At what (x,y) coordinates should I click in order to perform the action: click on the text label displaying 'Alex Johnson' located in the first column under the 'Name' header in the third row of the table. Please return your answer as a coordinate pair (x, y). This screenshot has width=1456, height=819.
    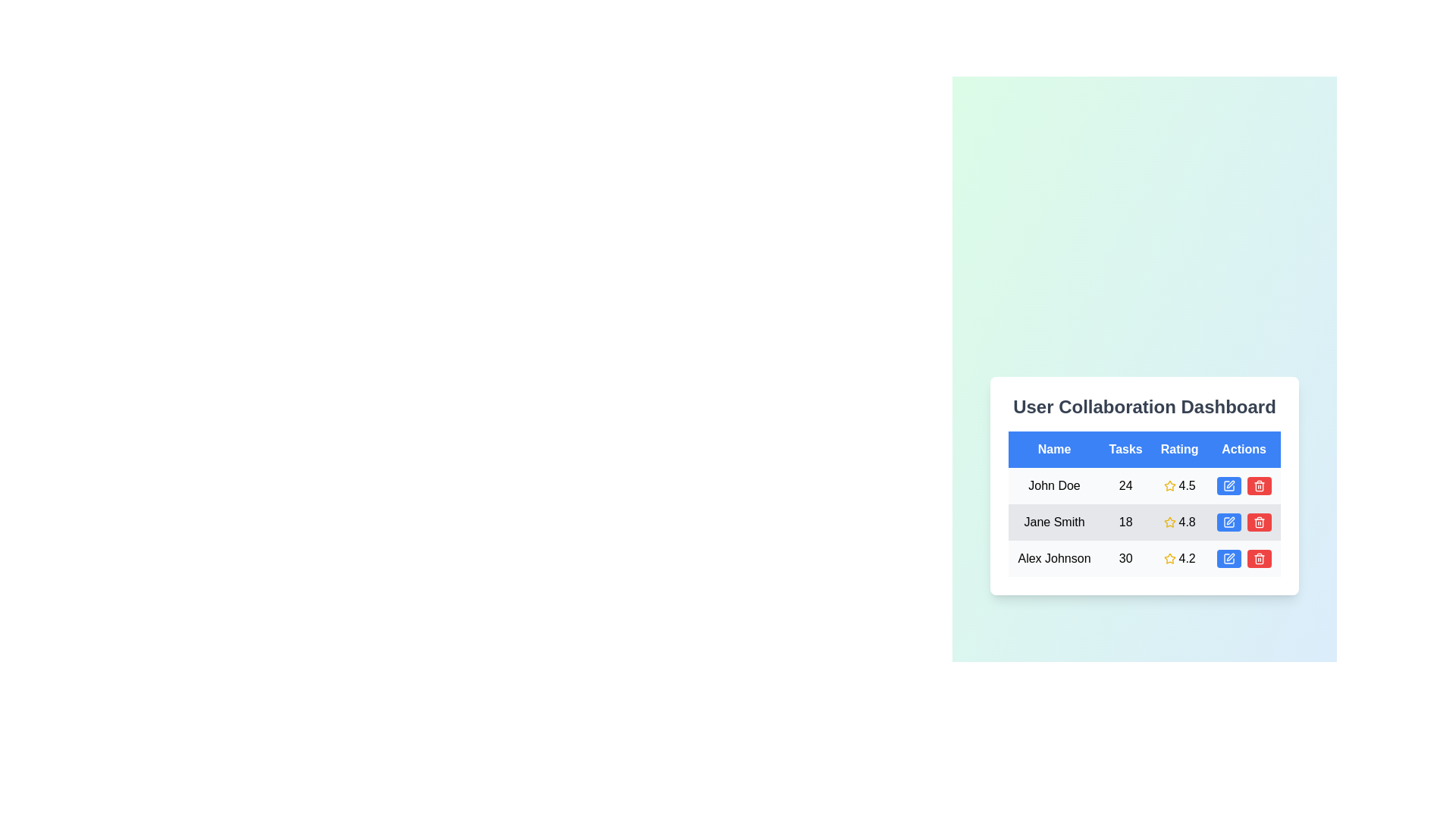
    Looking at the image, I should click on (1053, 558).